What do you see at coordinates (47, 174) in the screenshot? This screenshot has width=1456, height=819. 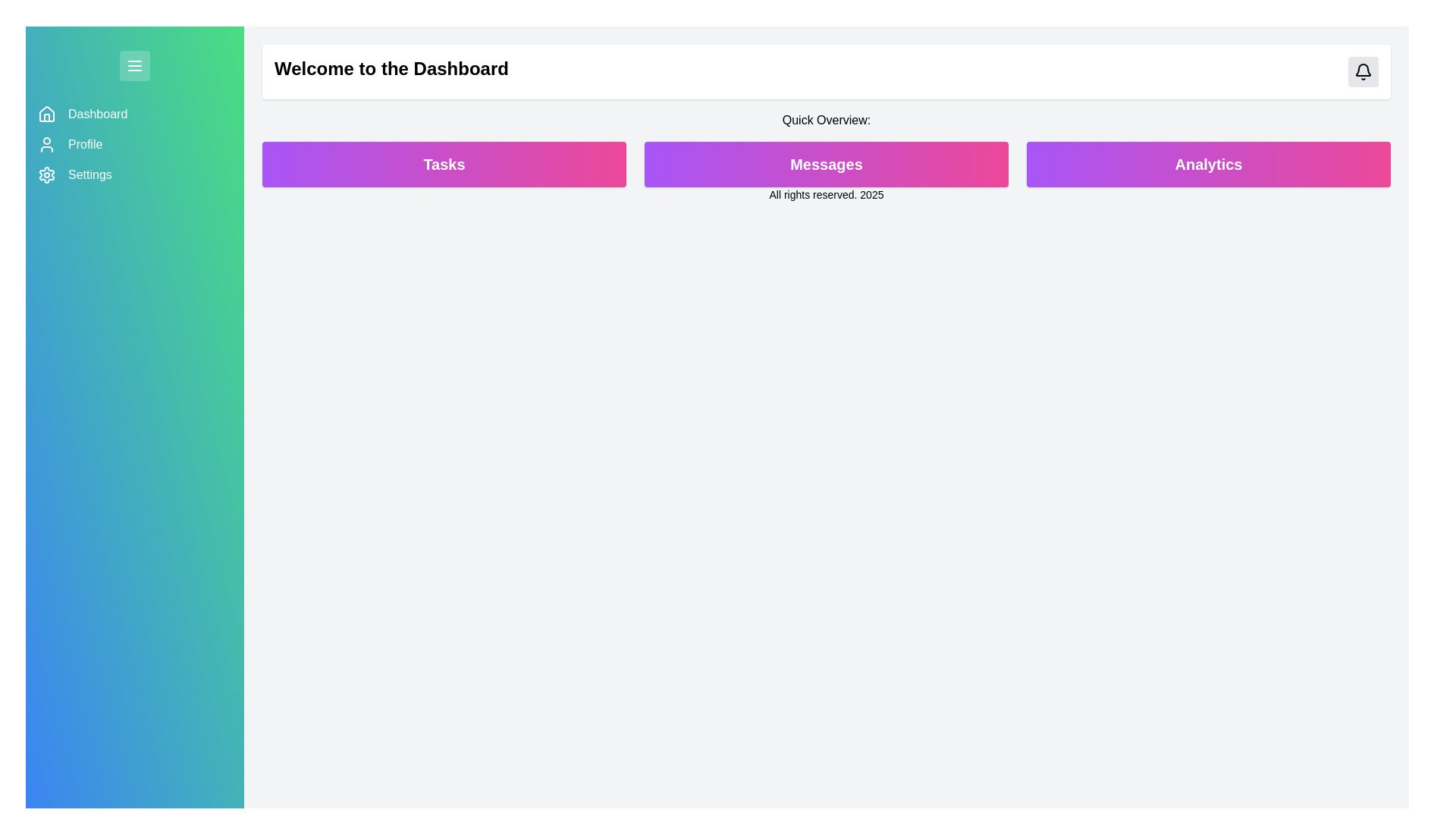 I see `the settings icon located on the left sidebar next to the label 'Settings'` at bounding box center [47, 174].